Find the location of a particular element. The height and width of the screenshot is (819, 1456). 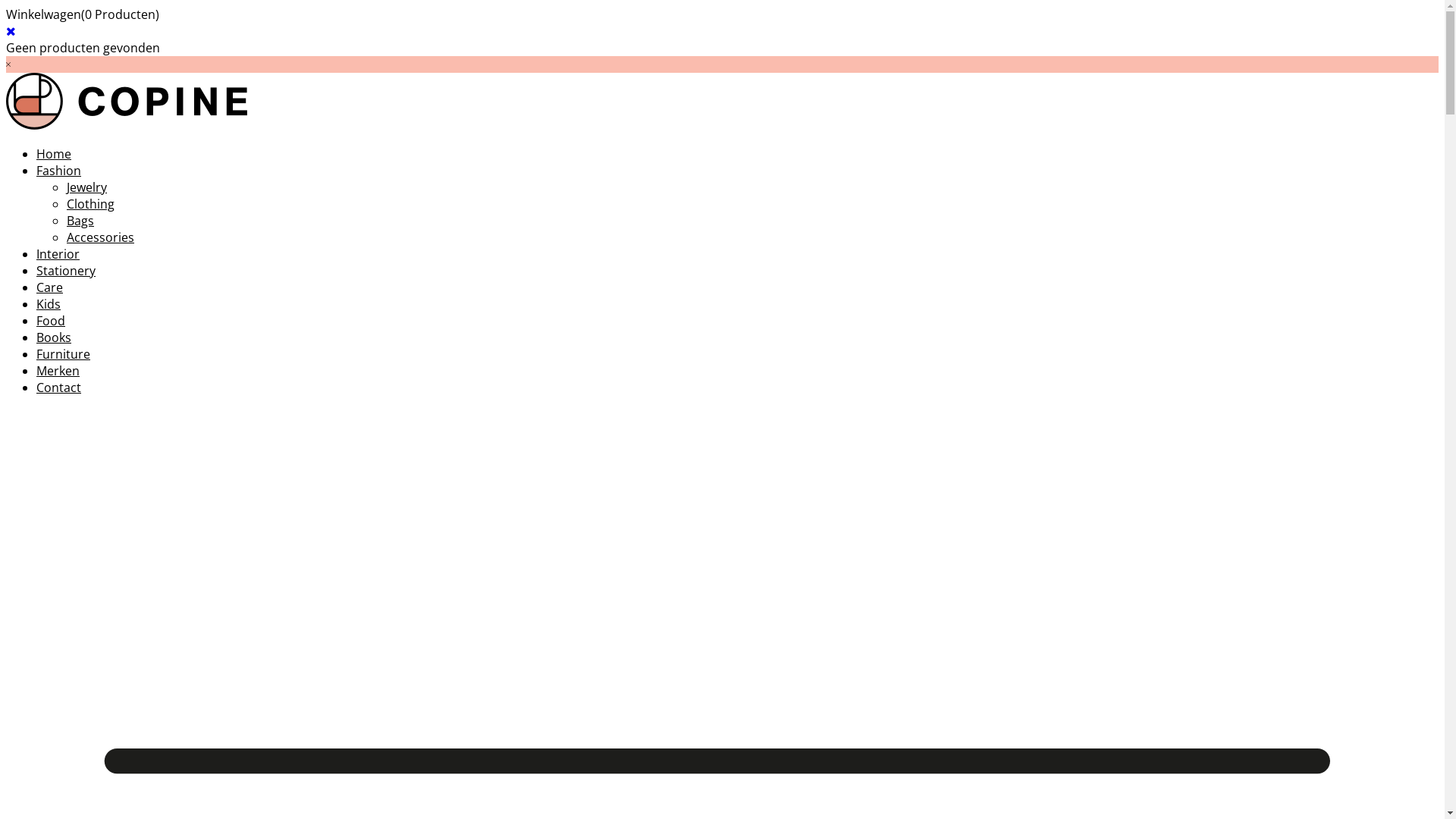

'Jewelry' is located at coordinates (86, 186).